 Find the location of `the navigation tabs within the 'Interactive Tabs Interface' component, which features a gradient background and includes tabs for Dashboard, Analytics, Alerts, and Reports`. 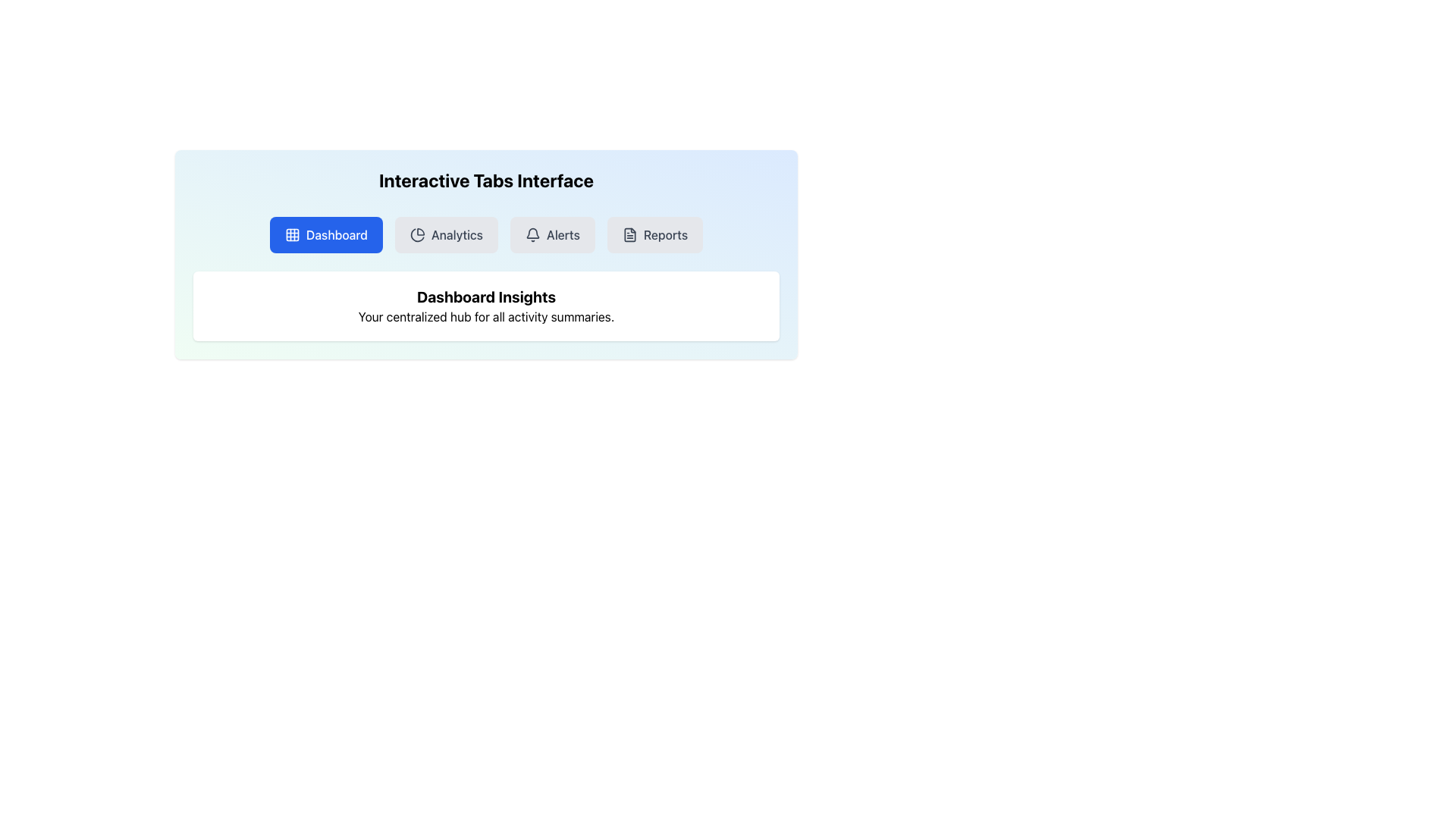

the navigation tabs within the 'Interactive Tabs Interface' component, which features a gradient background and includes tabs for Dashboard, Analytics, Alerts, and Reports is located at coordinates (486, 253).